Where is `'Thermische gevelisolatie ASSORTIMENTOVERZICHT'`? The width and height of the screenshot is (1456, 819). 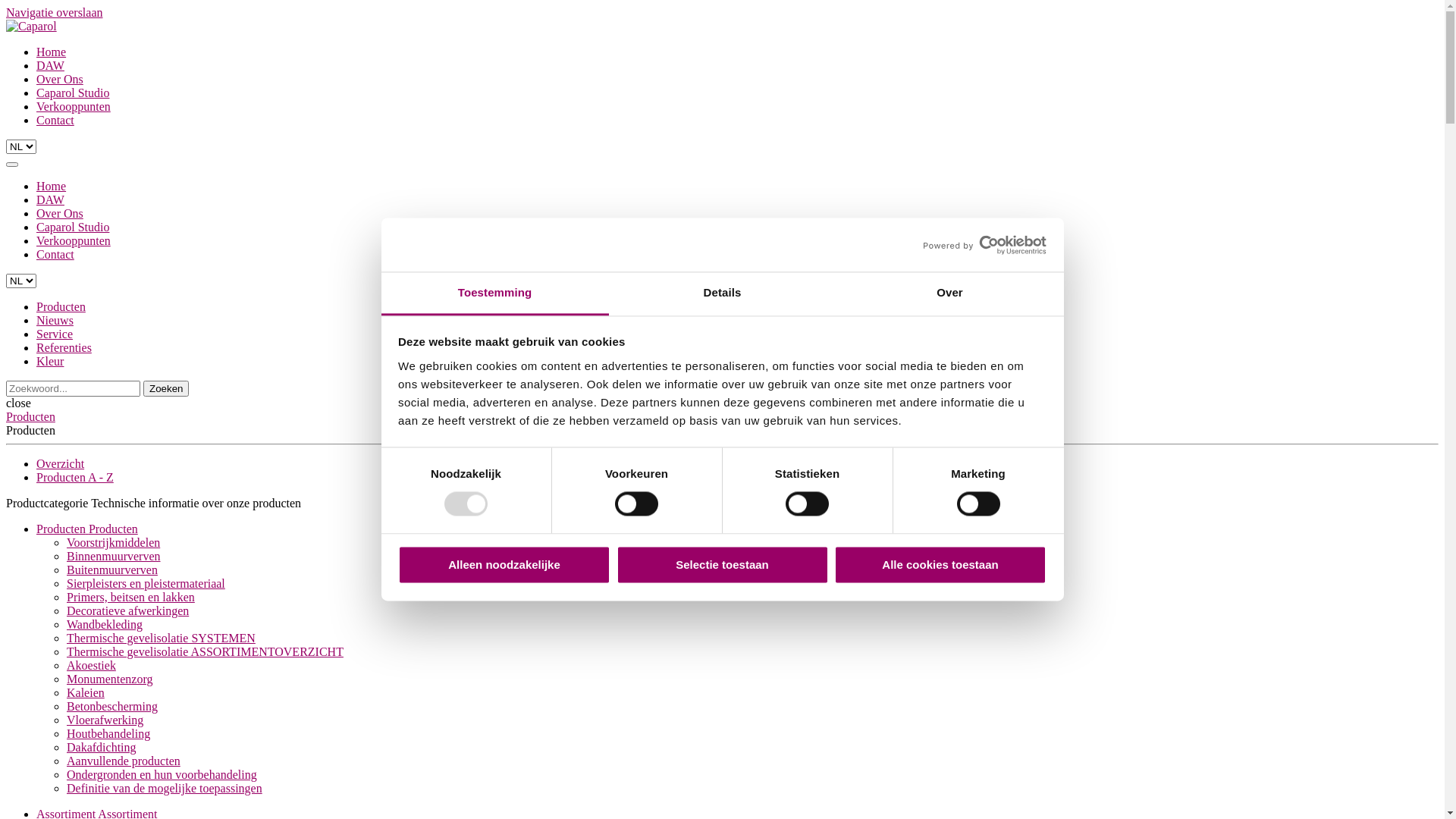
'Thermische gevelisolatie ASSORTIMENTOVERZICHT' is located at coordinates (204, 651).